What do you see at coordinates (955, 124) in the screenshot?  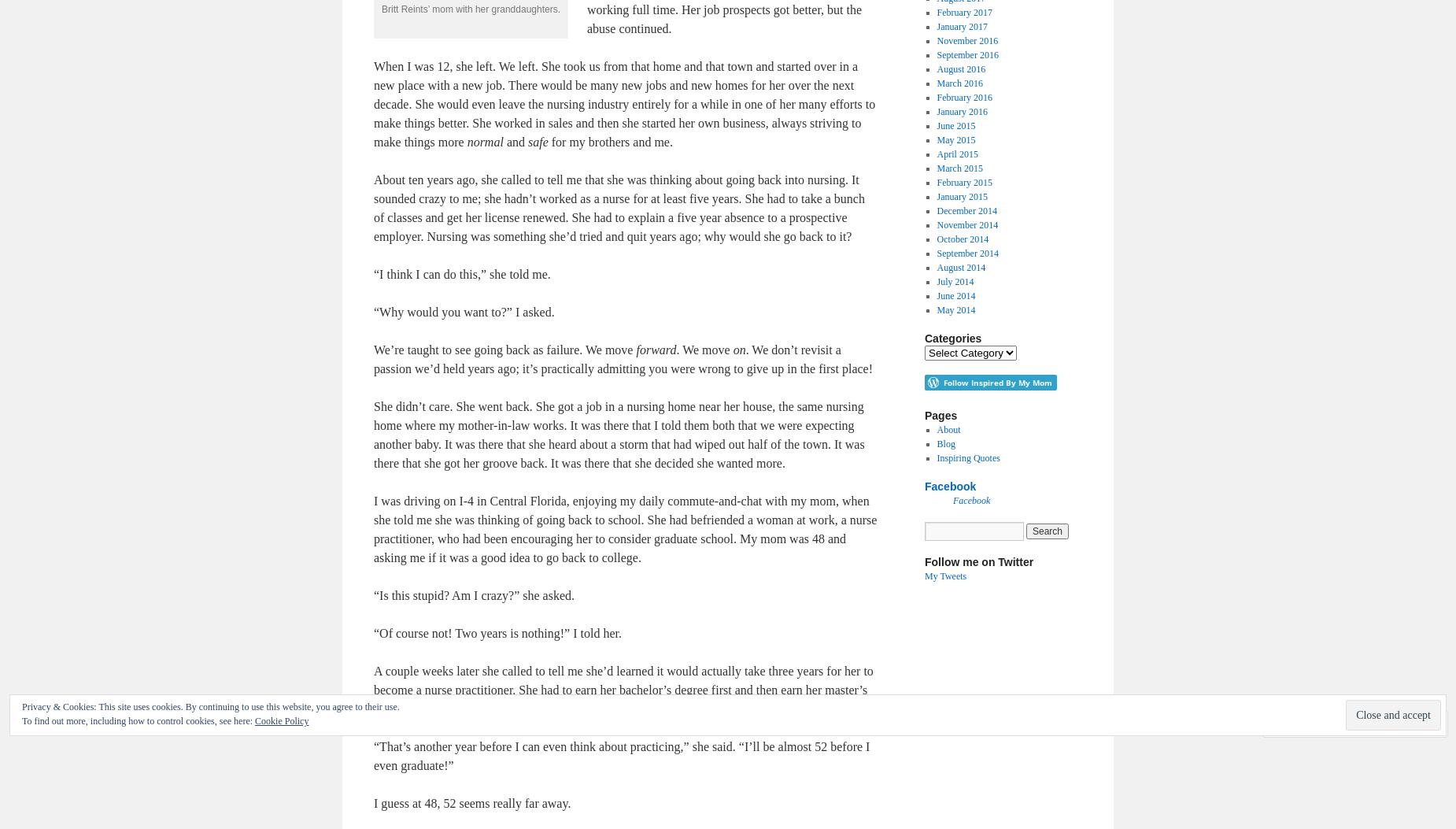 I see `'June 2015'` at bounding box center [955, 124].